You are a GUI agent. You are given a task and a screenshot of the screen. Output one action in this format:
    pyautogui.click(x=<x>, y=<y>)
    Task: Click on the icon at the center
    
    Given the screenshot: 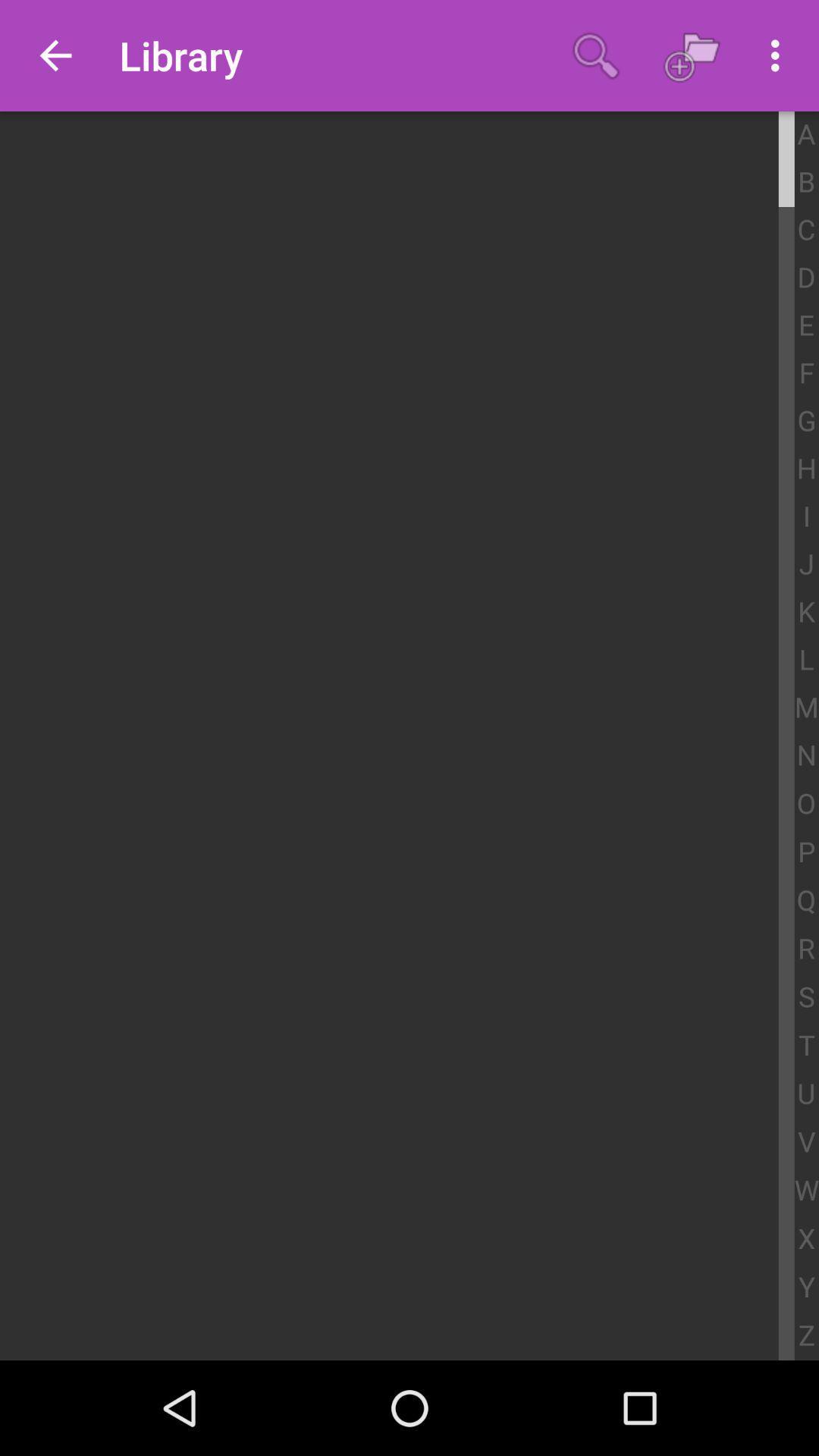 What is the action you would take?
    pyautogui.click(x=396, y=736)
    